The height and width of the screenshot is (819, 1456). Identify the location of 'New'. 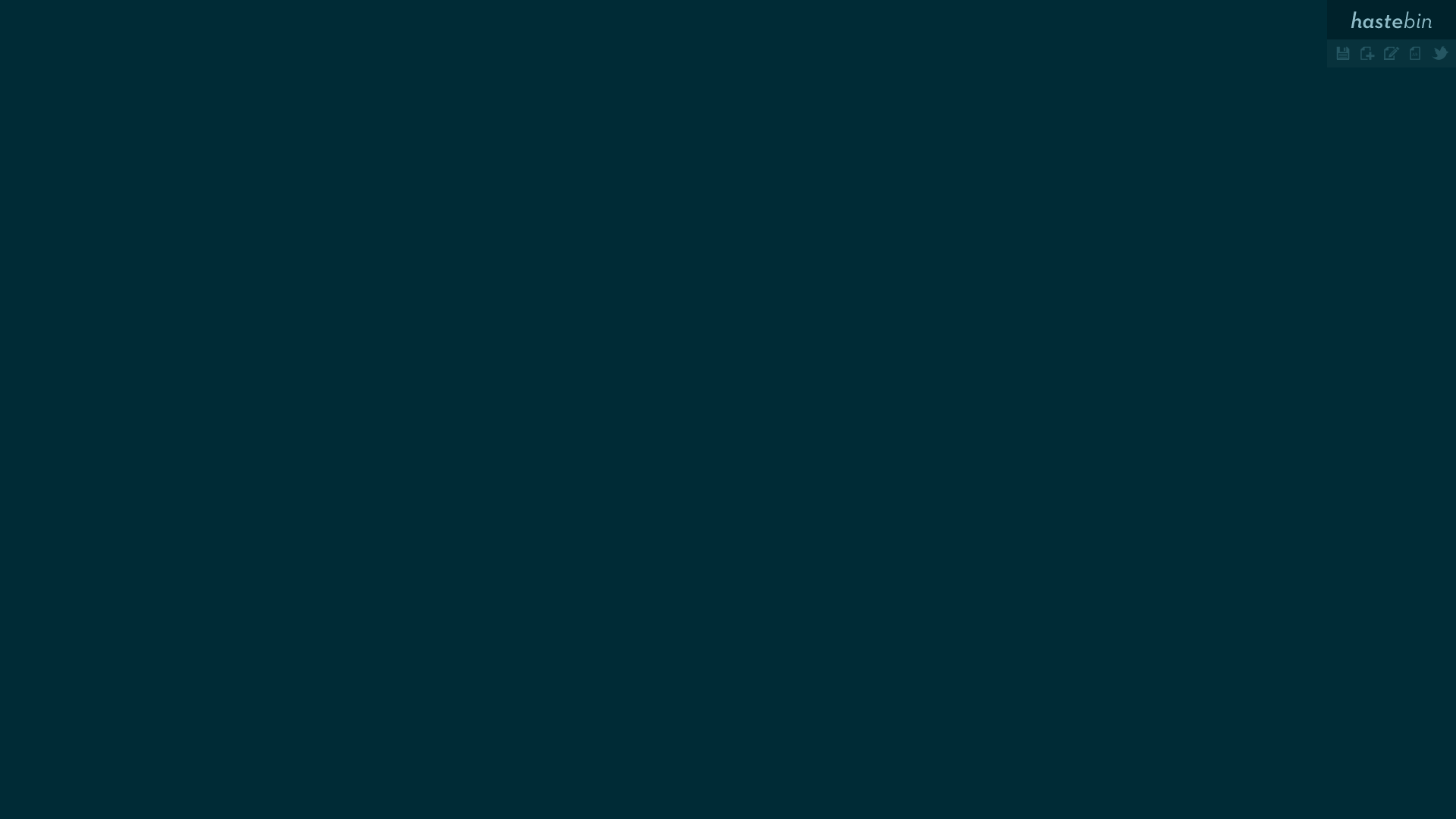
(1367, 52).